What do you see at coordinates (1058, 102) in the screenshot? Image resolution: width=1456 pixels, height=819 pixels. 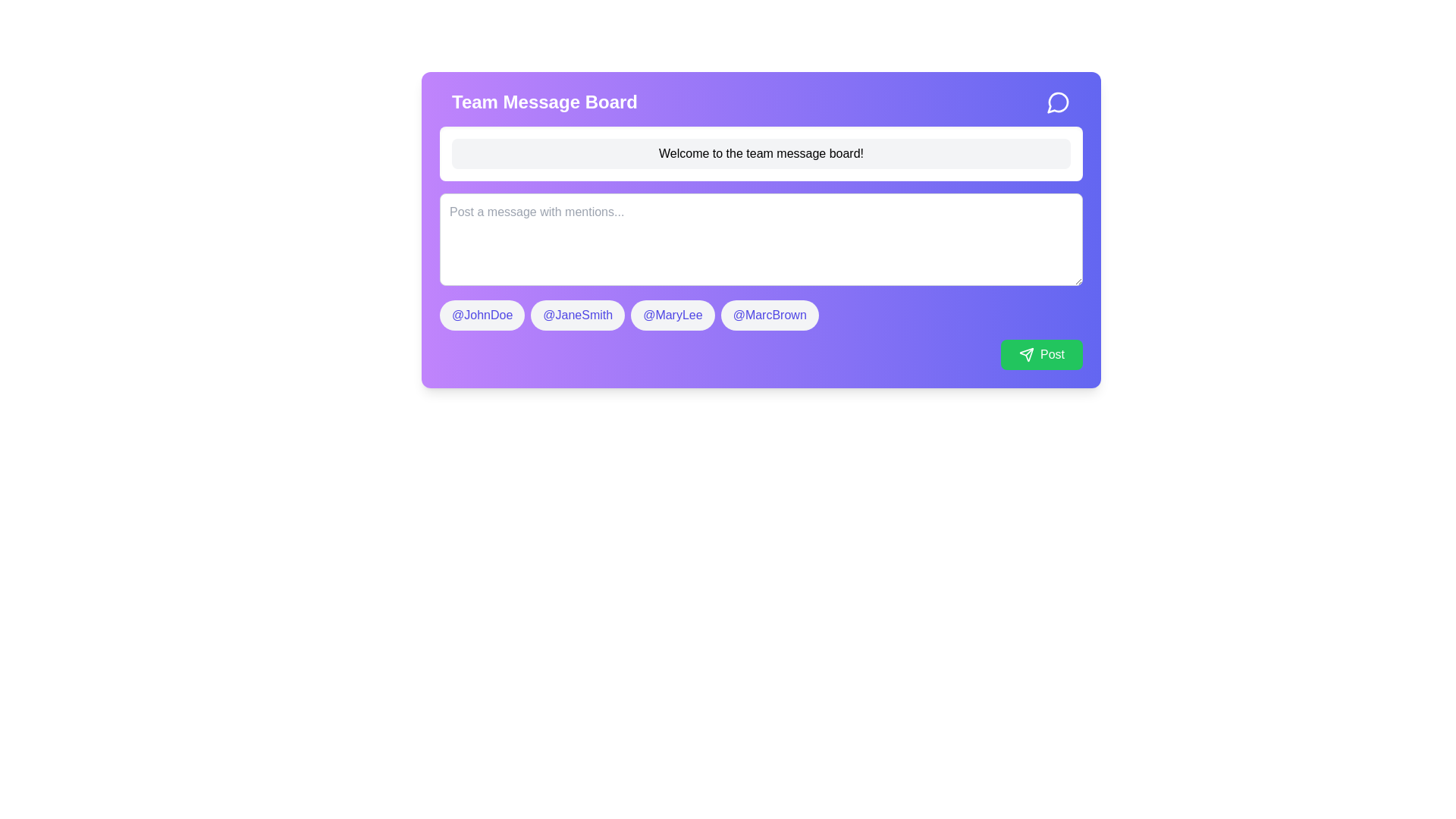 I see `the message/chat icon located at the top-right corner of the 'Team Message Board' header section, which serves as a visual indicator for communication features` at bounding box center [1058, 102].